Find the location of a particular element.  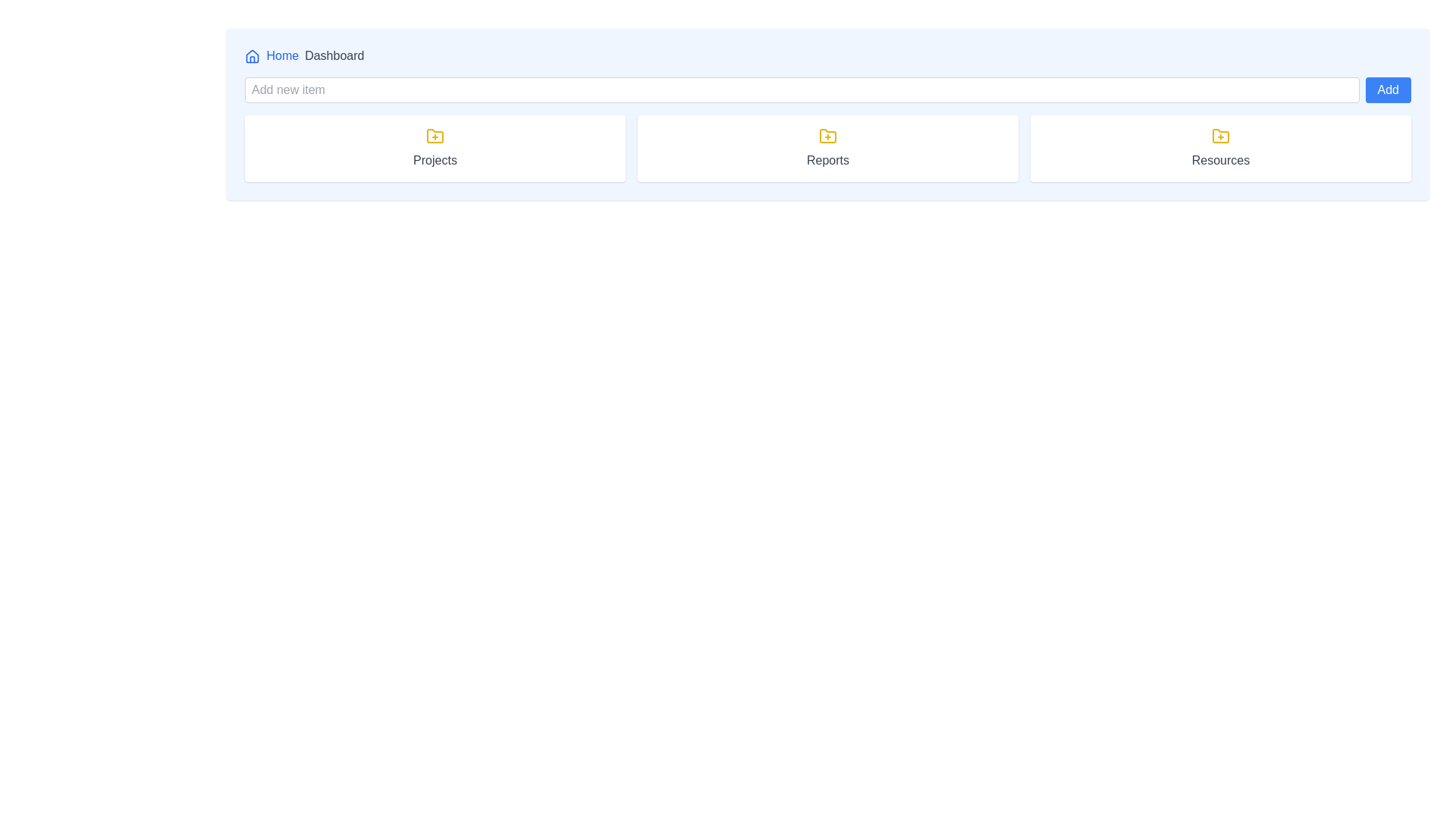

the second clickable card in the row is located at coordinates (827, 149).